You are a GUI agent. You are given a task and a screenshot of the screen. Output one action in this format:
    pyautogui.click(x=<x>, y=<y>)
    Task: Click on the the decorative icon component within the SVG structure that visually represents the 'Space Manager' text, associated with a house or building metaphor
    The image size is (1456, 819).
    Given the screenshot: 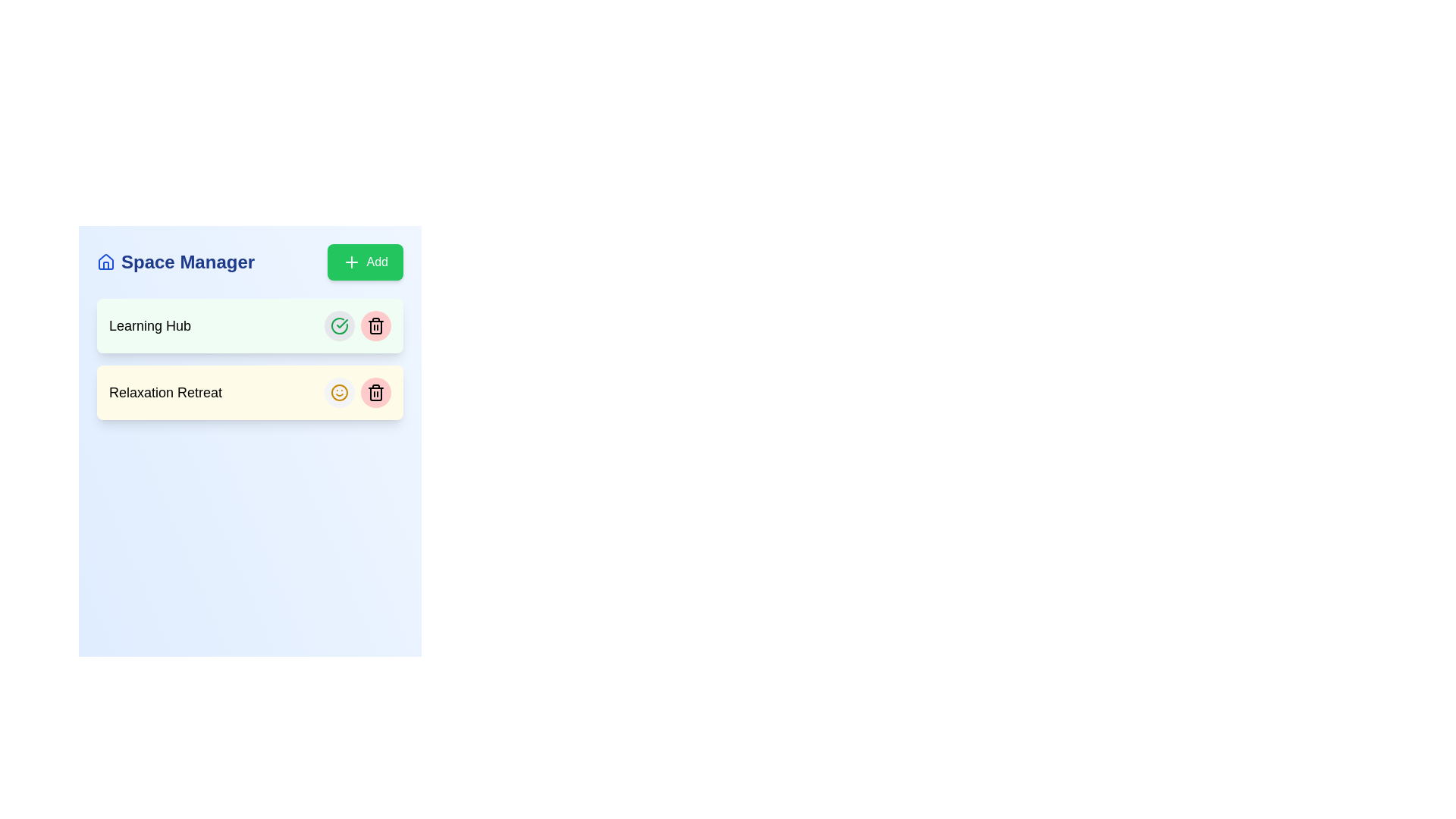 What is the action you would take?
    pyautogui.click(x=105, y=260)
    